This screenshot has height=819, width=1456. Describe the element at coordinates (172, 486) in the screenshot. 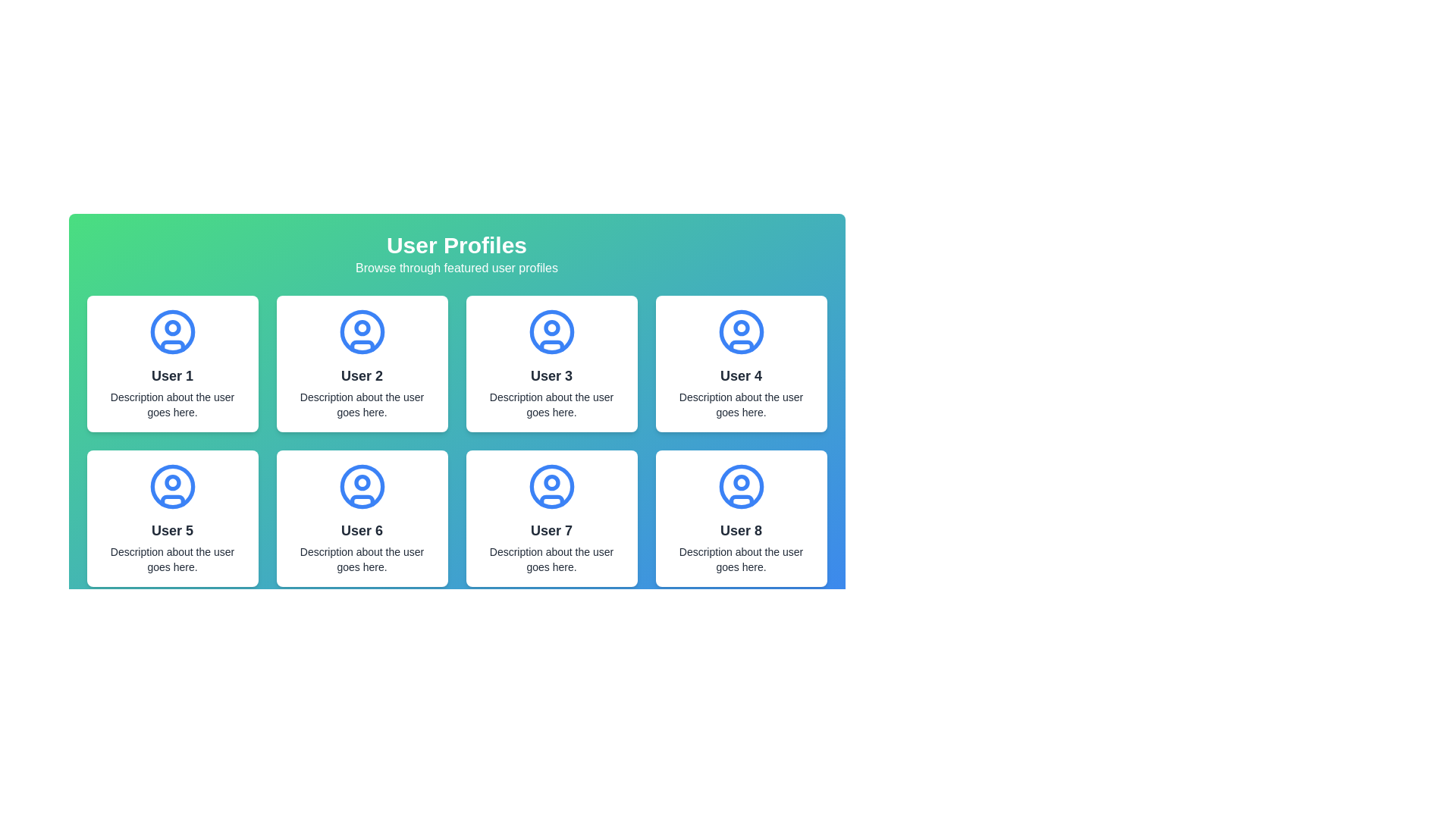

I see `the circular user profile avatar icon located in the fifth card labeled 'User 5', which has a blue outline and white fill` at that location.